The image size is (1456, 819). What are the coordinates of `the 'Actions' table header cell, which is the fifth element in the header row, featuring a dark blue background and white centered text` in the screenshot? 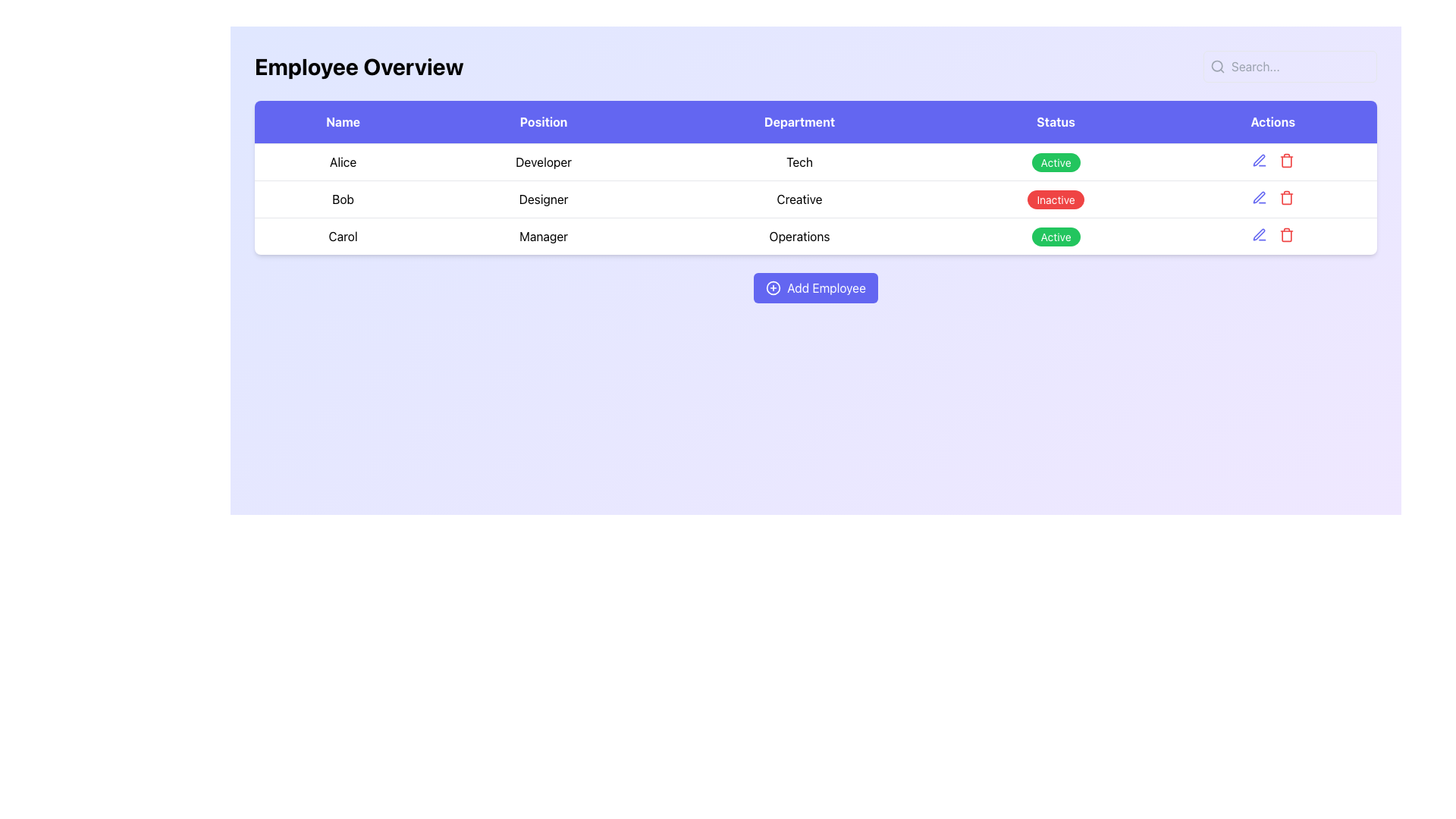 It's located at (1272, 121).